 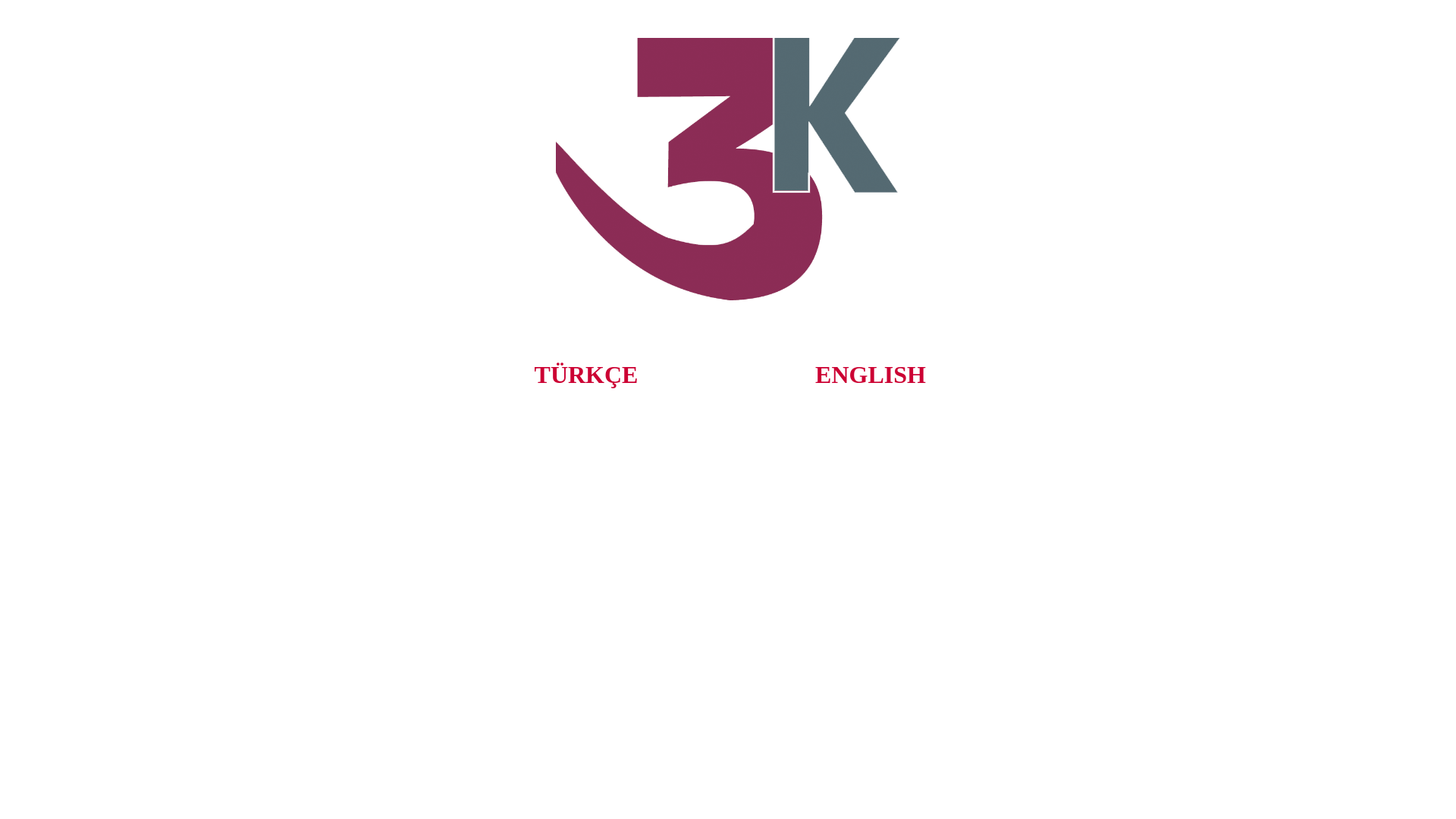 I want to click on 'ENGLISH', so click(x=870, y=374).